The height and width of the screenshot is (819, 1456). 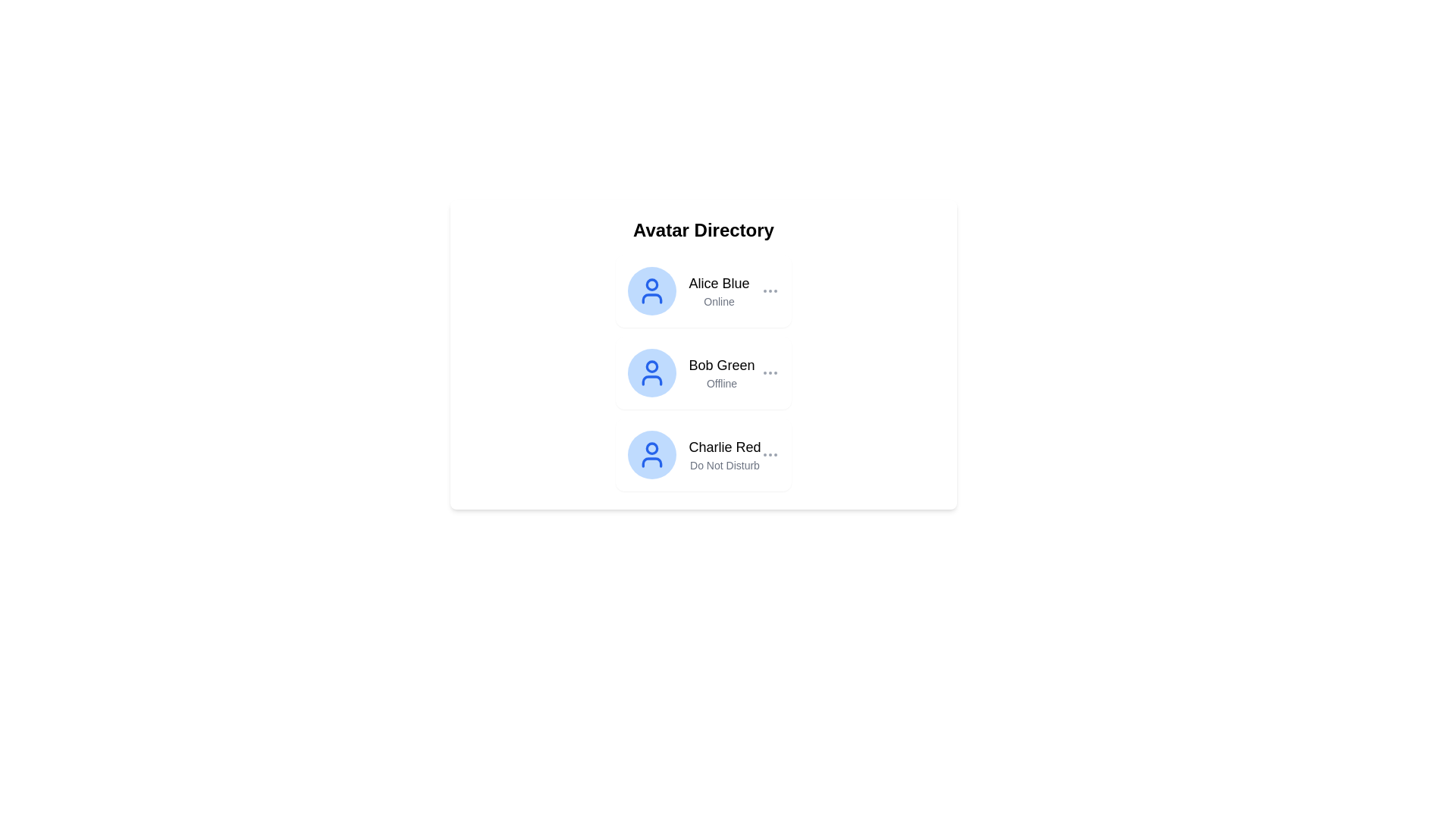 What do you see at coordinates (718, 291) in the screenshot?
I see `the text label displaying 'Alice Blue' and 'Online', which is positioned in the Avatar Directory, aligned to the right of the circular avatar` at bounding box center [718, 291].